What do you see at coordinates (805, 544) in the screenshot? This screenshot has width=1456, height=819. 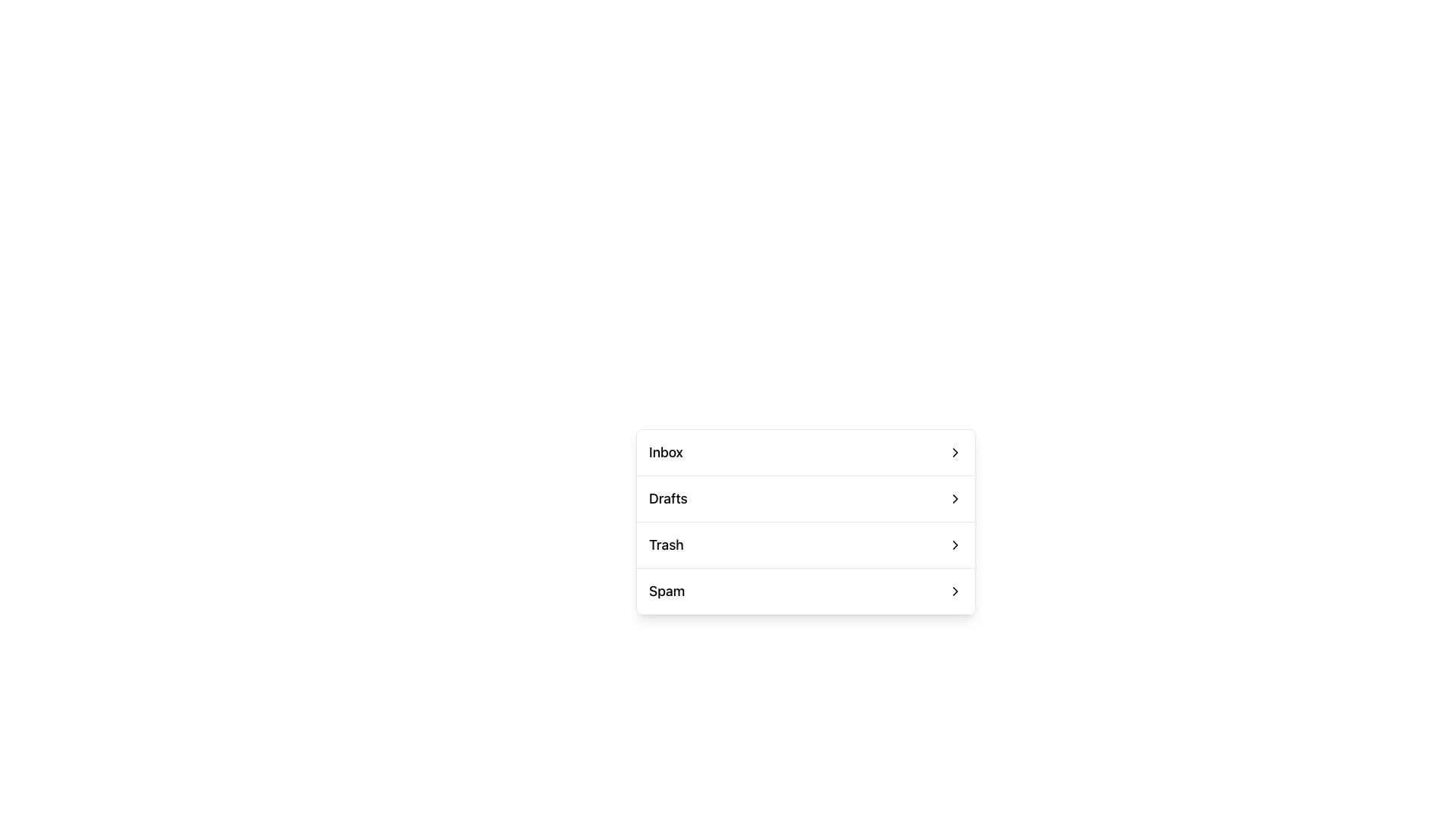 I see `the third item in the vertical list that navigates to the 'Trash' section, positioned between 'Drafts' and 'Spam'` at bounding box center [805, 544].